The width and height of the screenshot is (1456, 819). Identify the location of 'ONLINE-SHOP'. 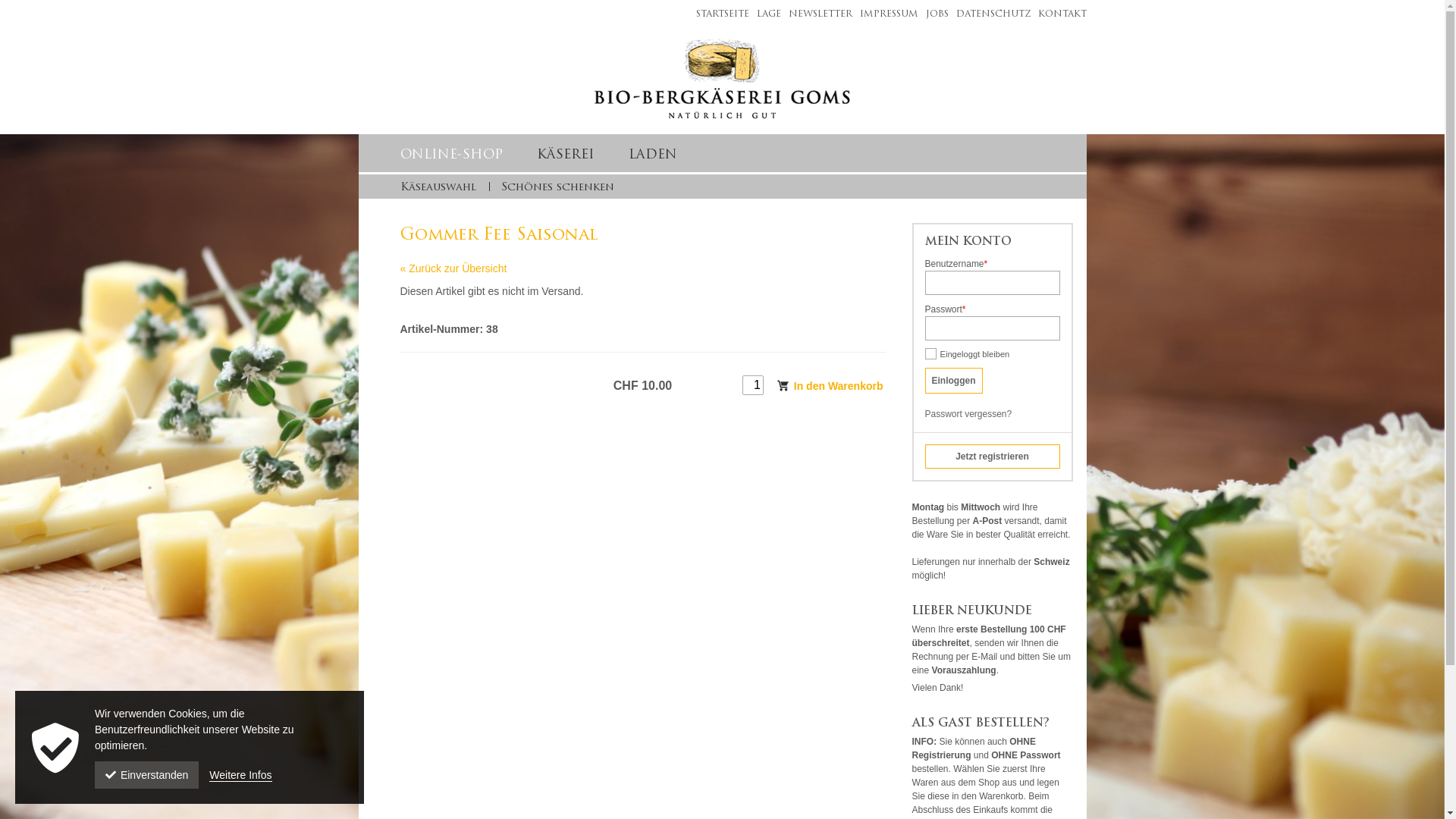
(450, 155).